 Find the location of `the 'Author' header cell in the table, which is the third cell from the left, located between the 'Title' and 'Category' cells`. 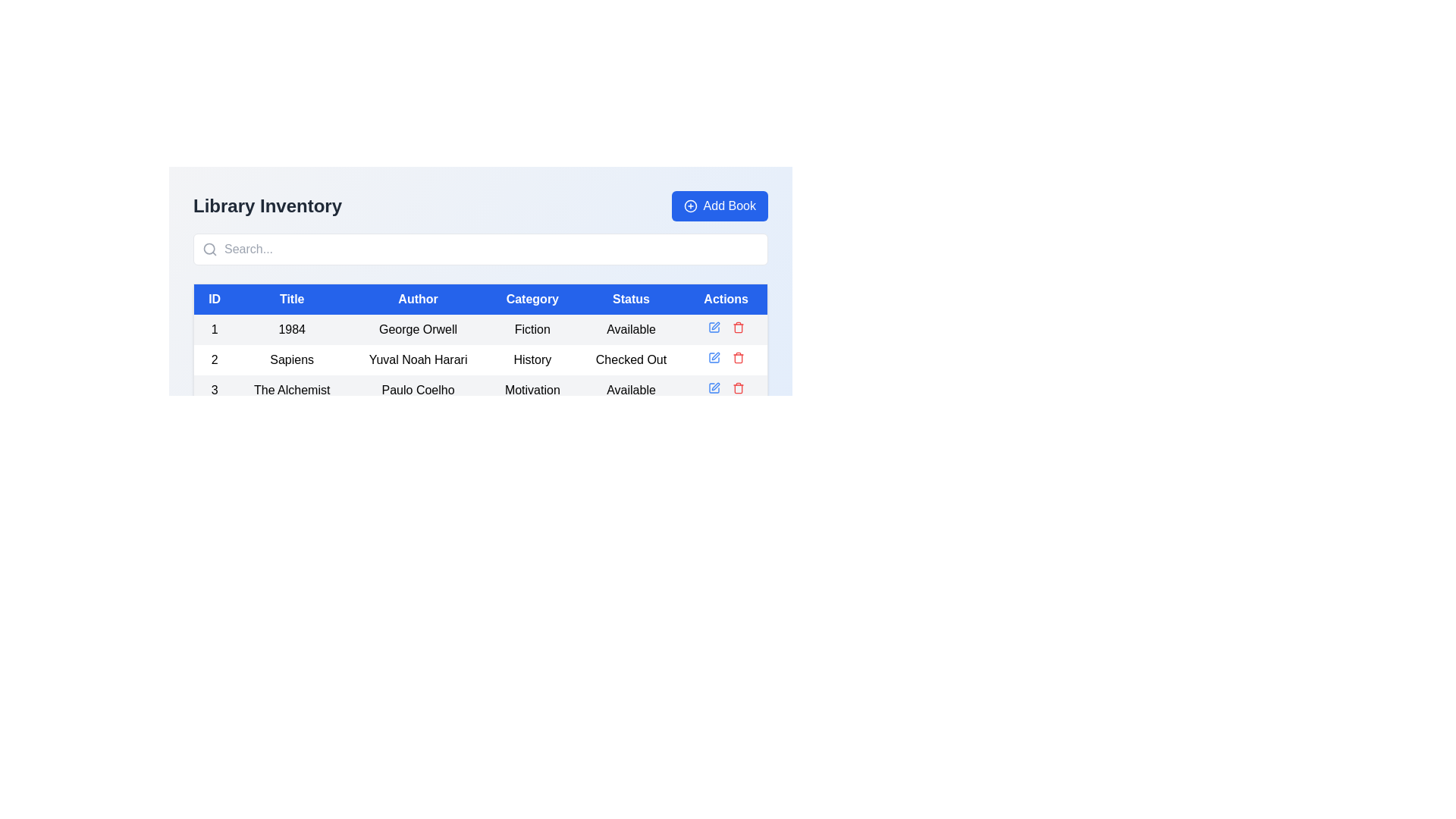

the 'Author' header cell in the table, which is the third cell from the left, located between the 'Title' and 'Category' cells is located at coordinates (418, 299).